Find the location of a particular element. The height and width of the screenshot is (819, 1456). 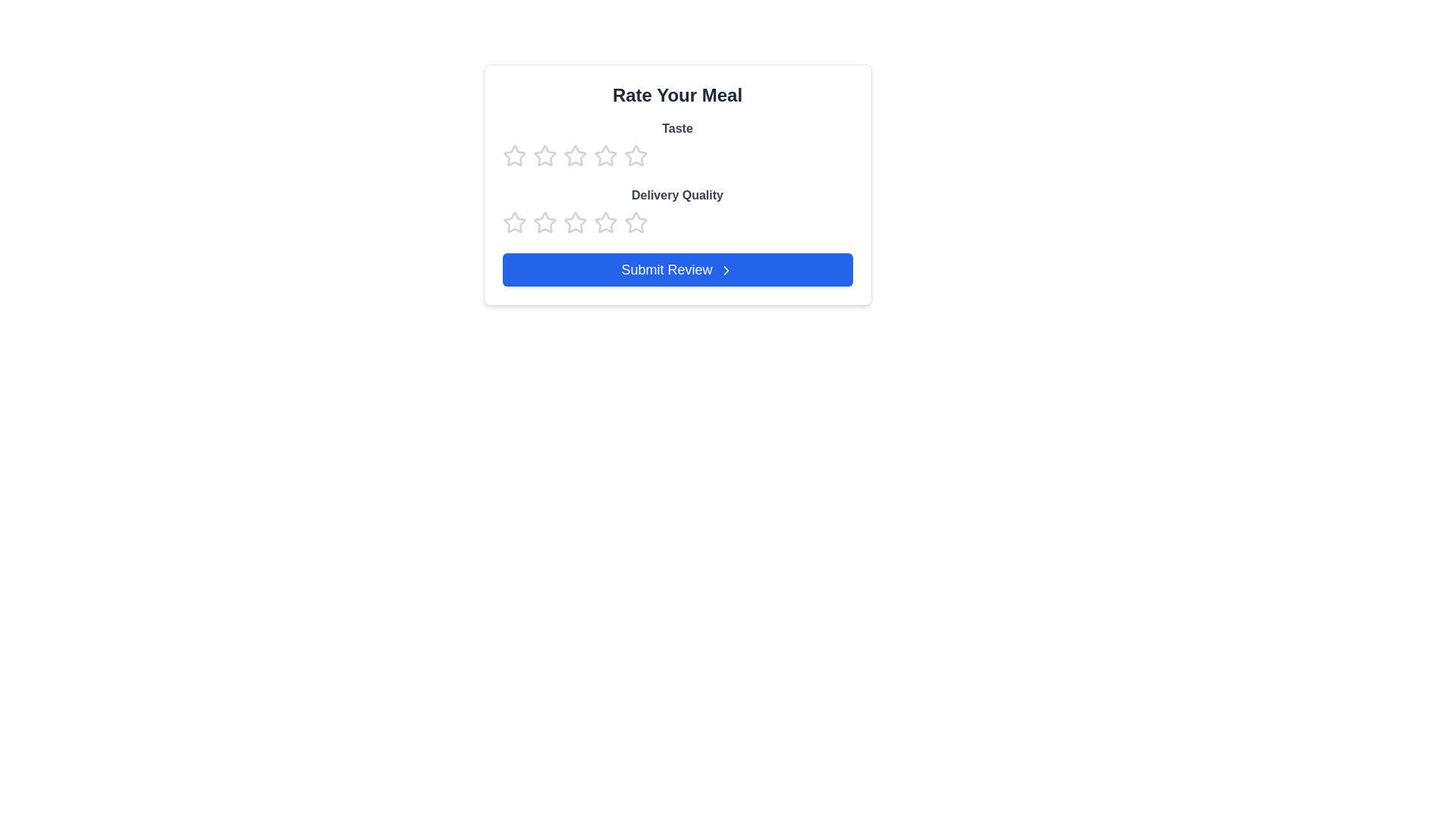

the 'Taste' label located below the 'Rate Your Meal' title and above the star icons for rating is located at coordinates (676, 127).